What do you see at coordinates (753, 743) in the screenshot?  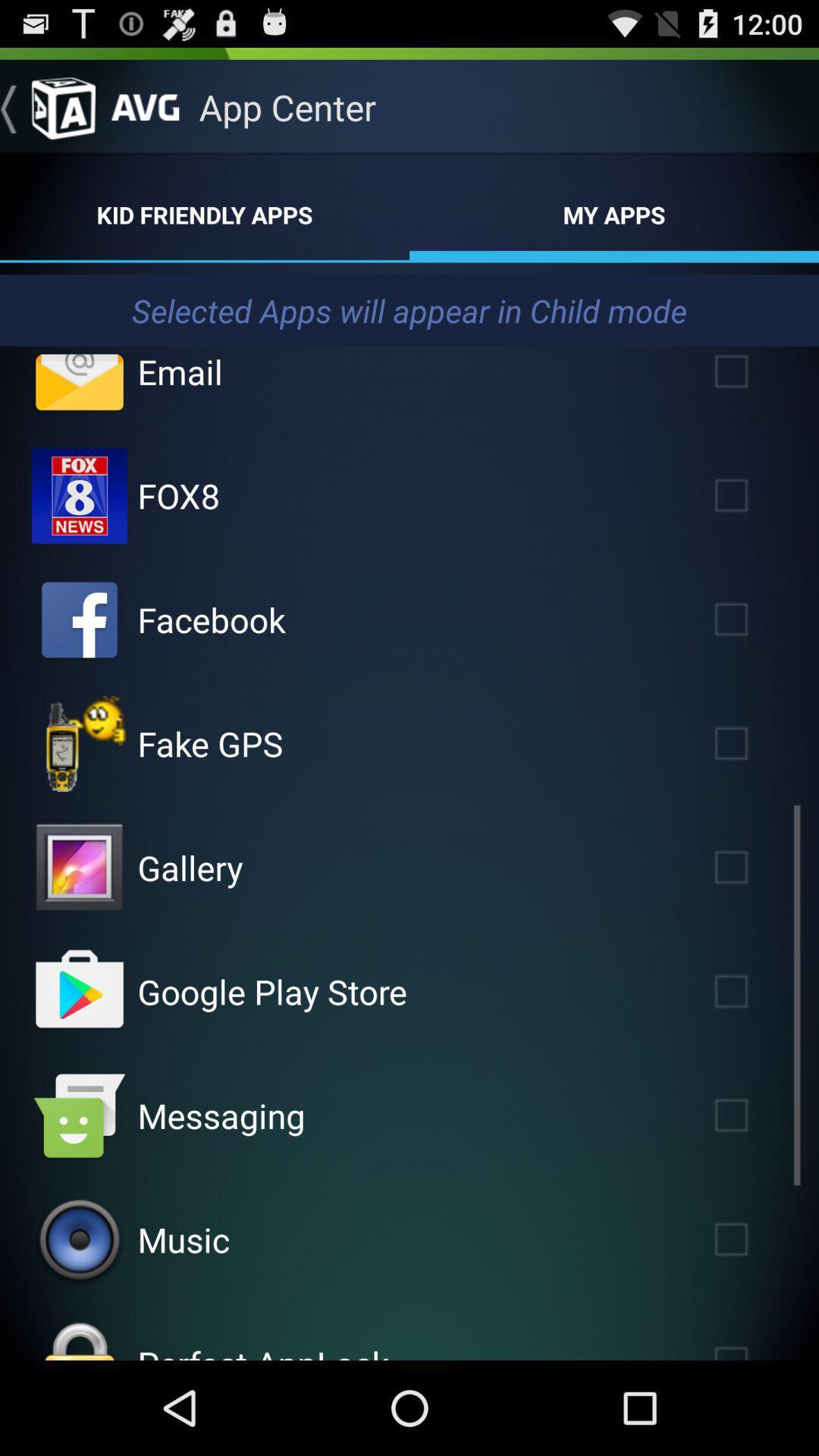 I see `fake gps` at bounding box center [753, 743].